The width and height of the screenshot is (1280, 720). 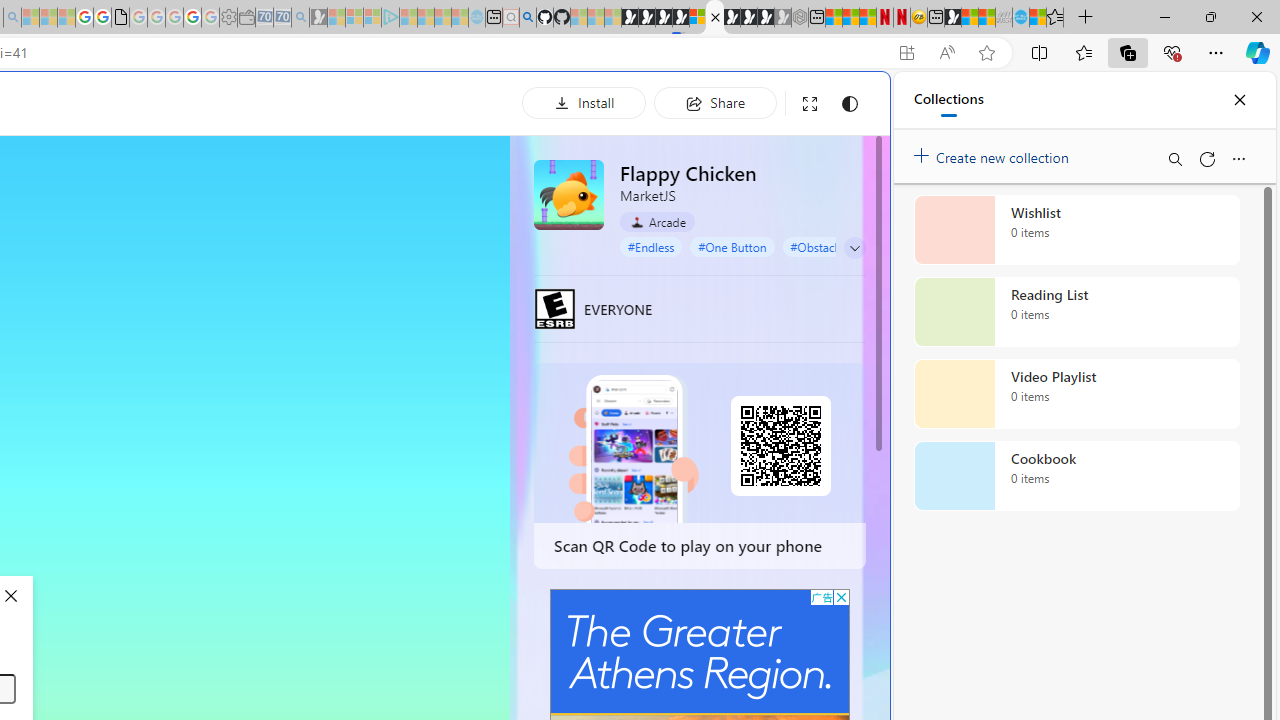 What do you see at coordinates (810, 103) in the screenshot?
I see `'Full screen'` at bounding box center [810, 103].